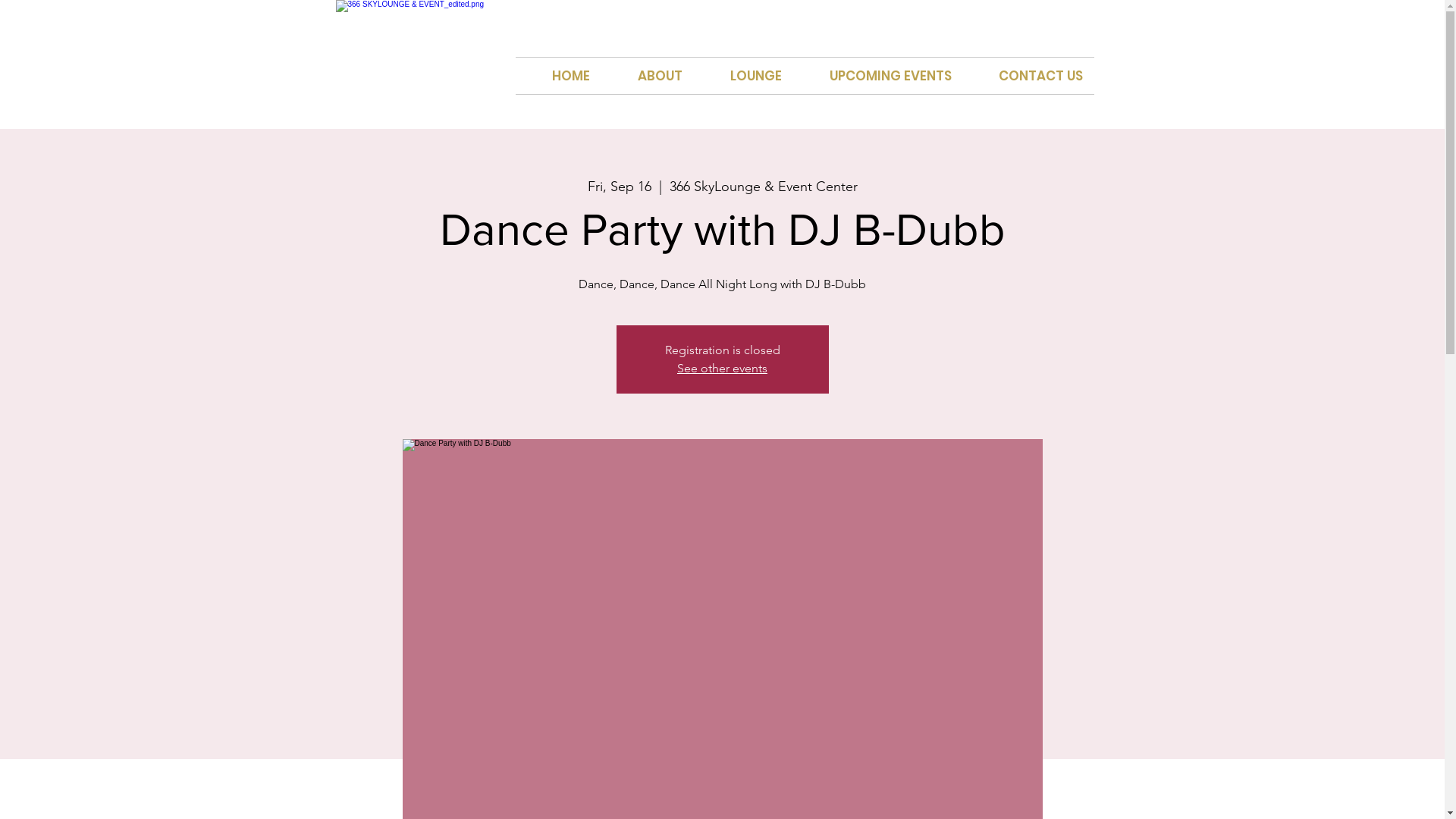 This screenshot has height=819, width=1456. What do you see at coordinates (516, 76) in the screenshot?
I see `'HOME'` at bounding box center [516, 76].